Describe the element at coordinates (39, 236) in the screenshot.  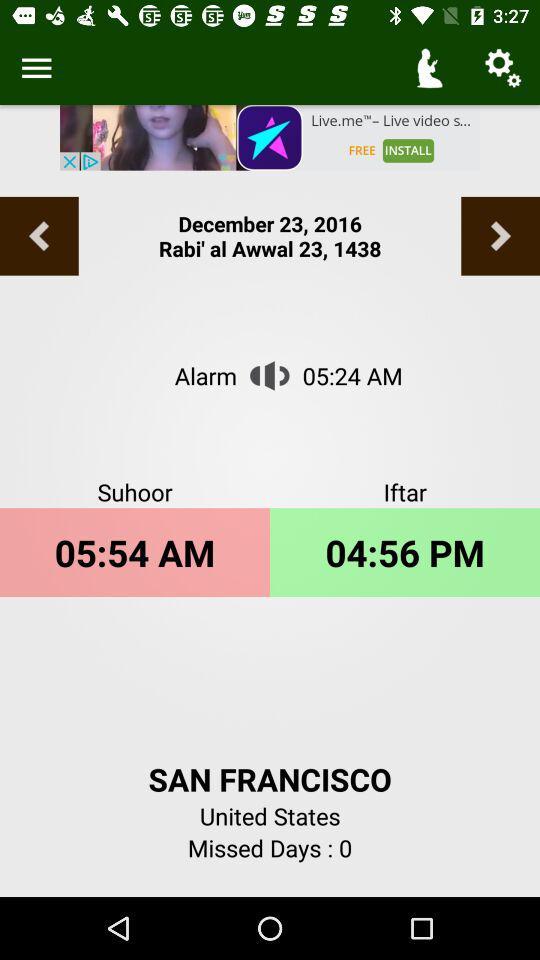
I see `previous` at that location.